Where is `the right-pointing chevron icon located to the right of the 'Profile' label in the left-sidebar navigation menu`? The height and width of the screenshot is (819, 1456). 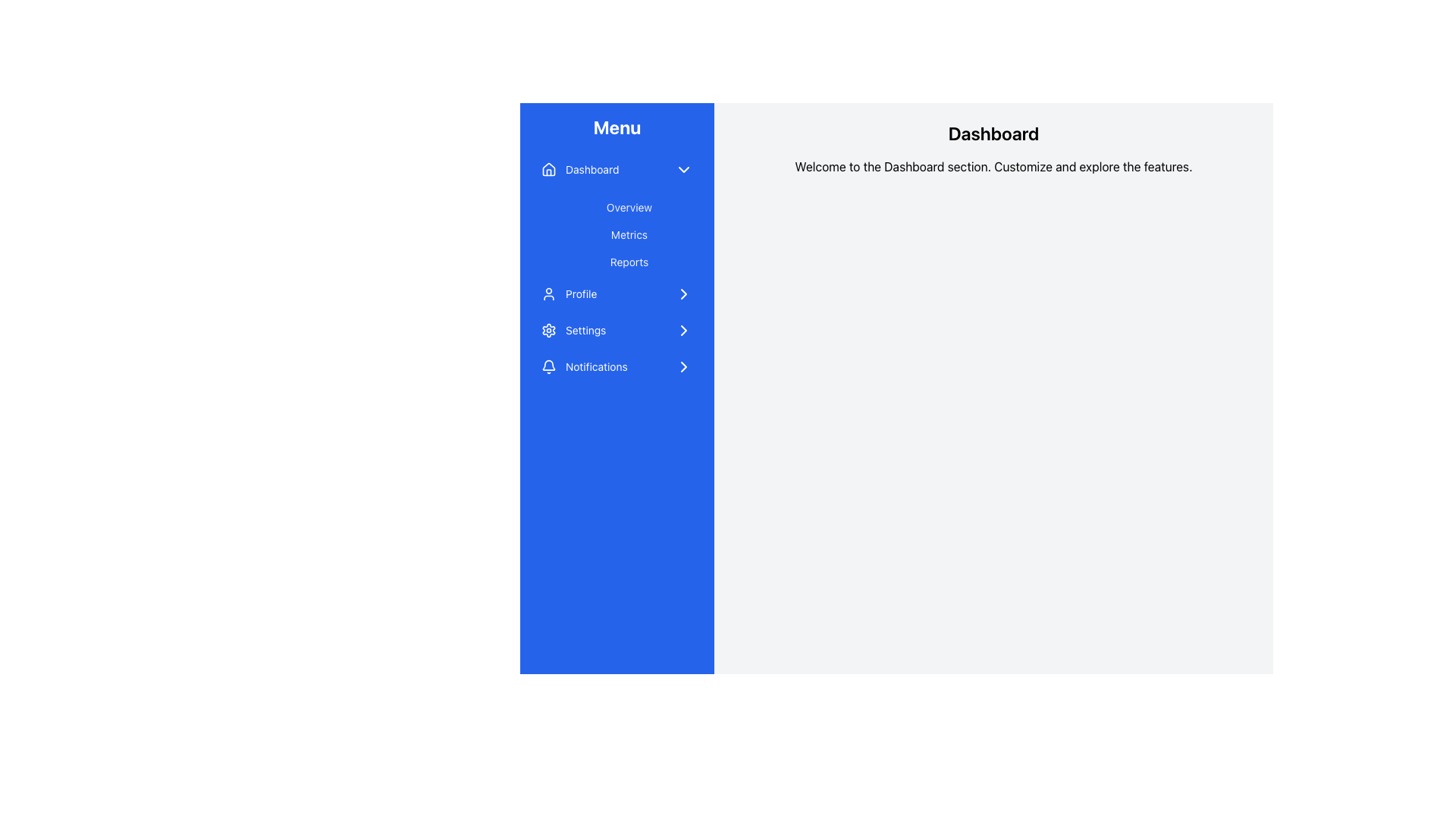 the right-pointing chevron icon located to the right of the 'Profile' label in the left-sidebar navigation menu is located at coordinates (683, 294).